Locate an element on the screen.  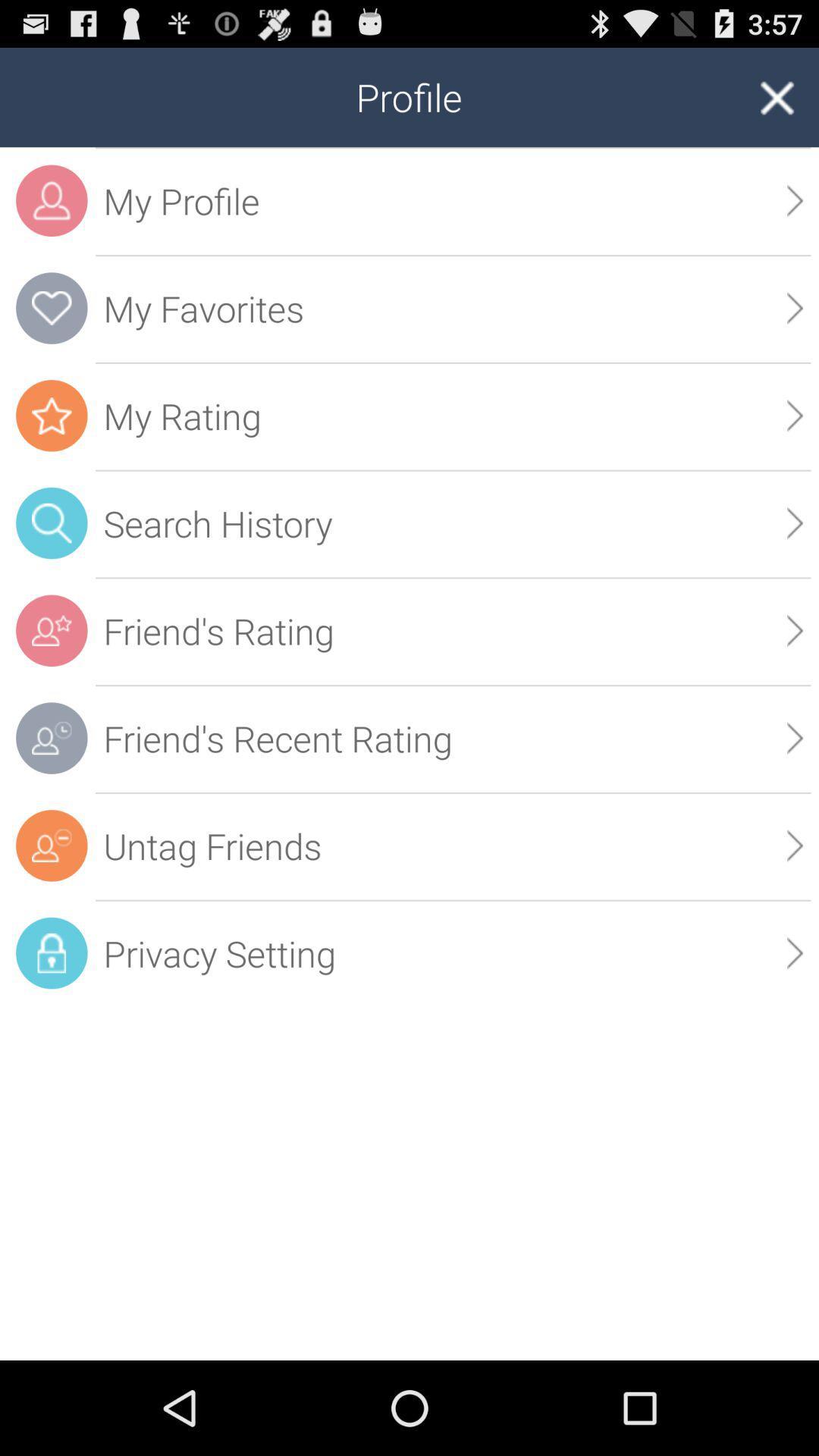
the item above my favorites is located at coordinates (794, 199).